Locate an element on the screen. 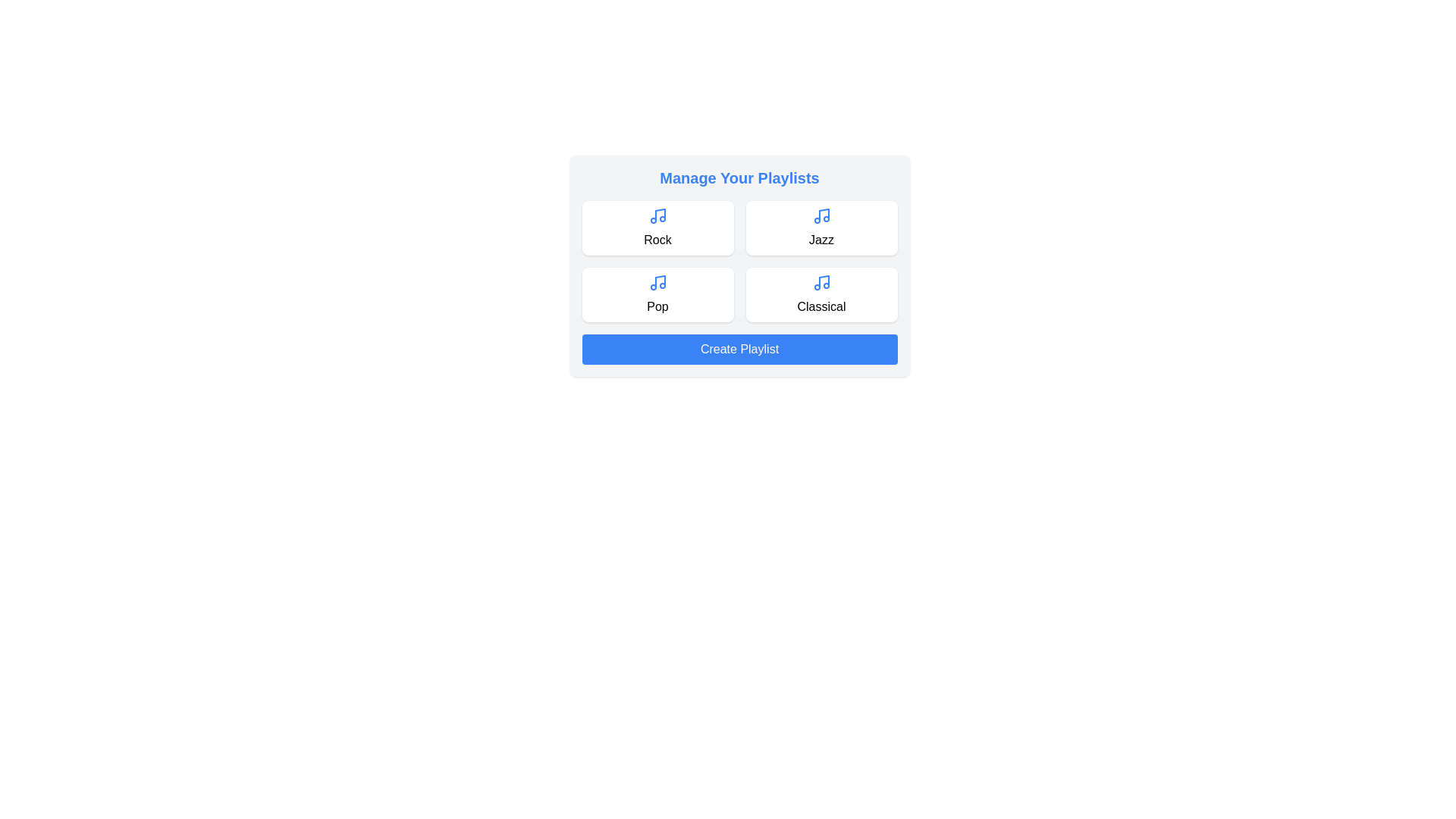 The height and width of the screenshot is (819, 1456). the 'Create Playlist' button is located at coordinates (739, 350).